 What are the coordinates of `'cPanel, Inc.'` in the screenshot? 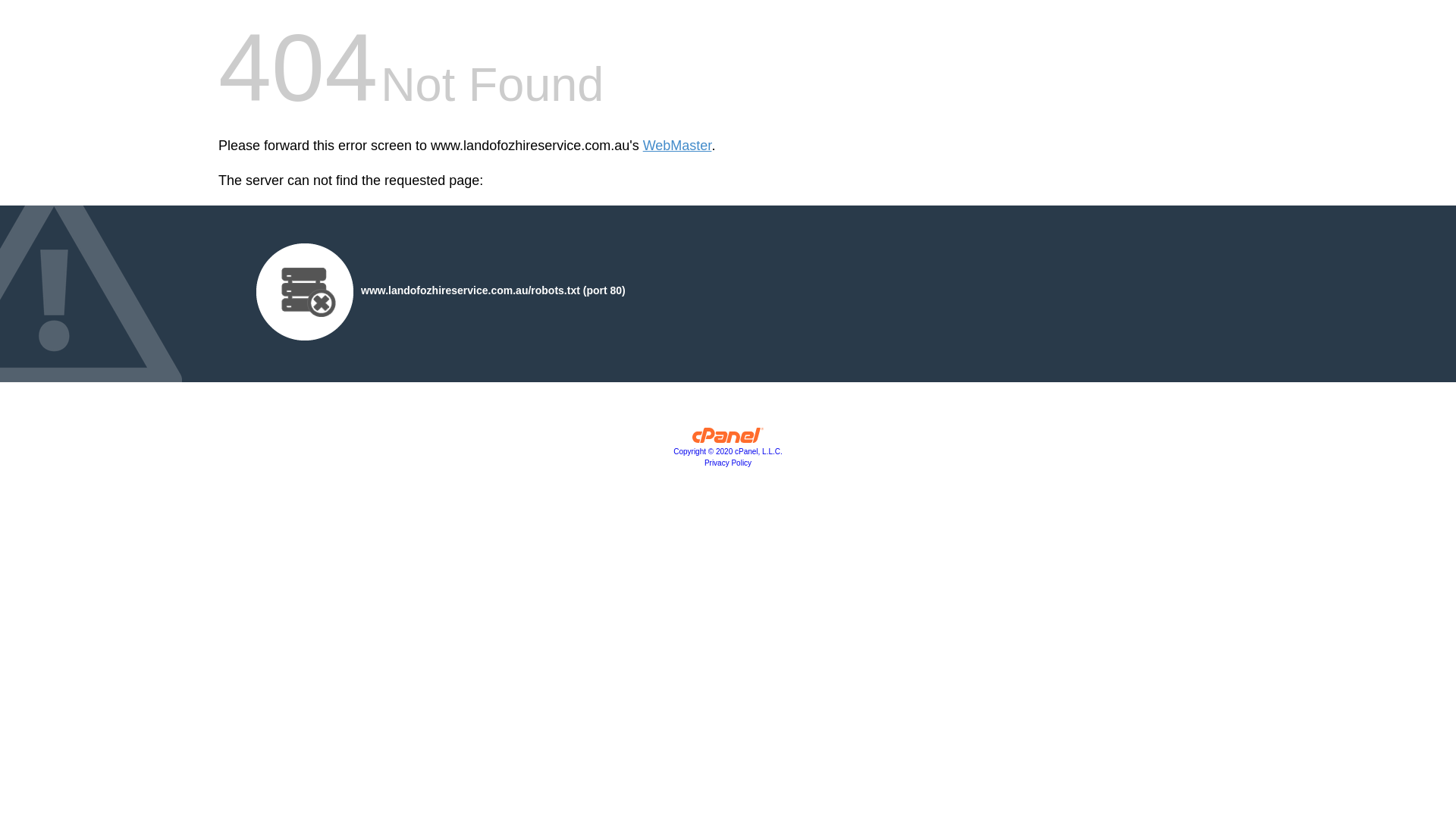 It's located at (728, 438).